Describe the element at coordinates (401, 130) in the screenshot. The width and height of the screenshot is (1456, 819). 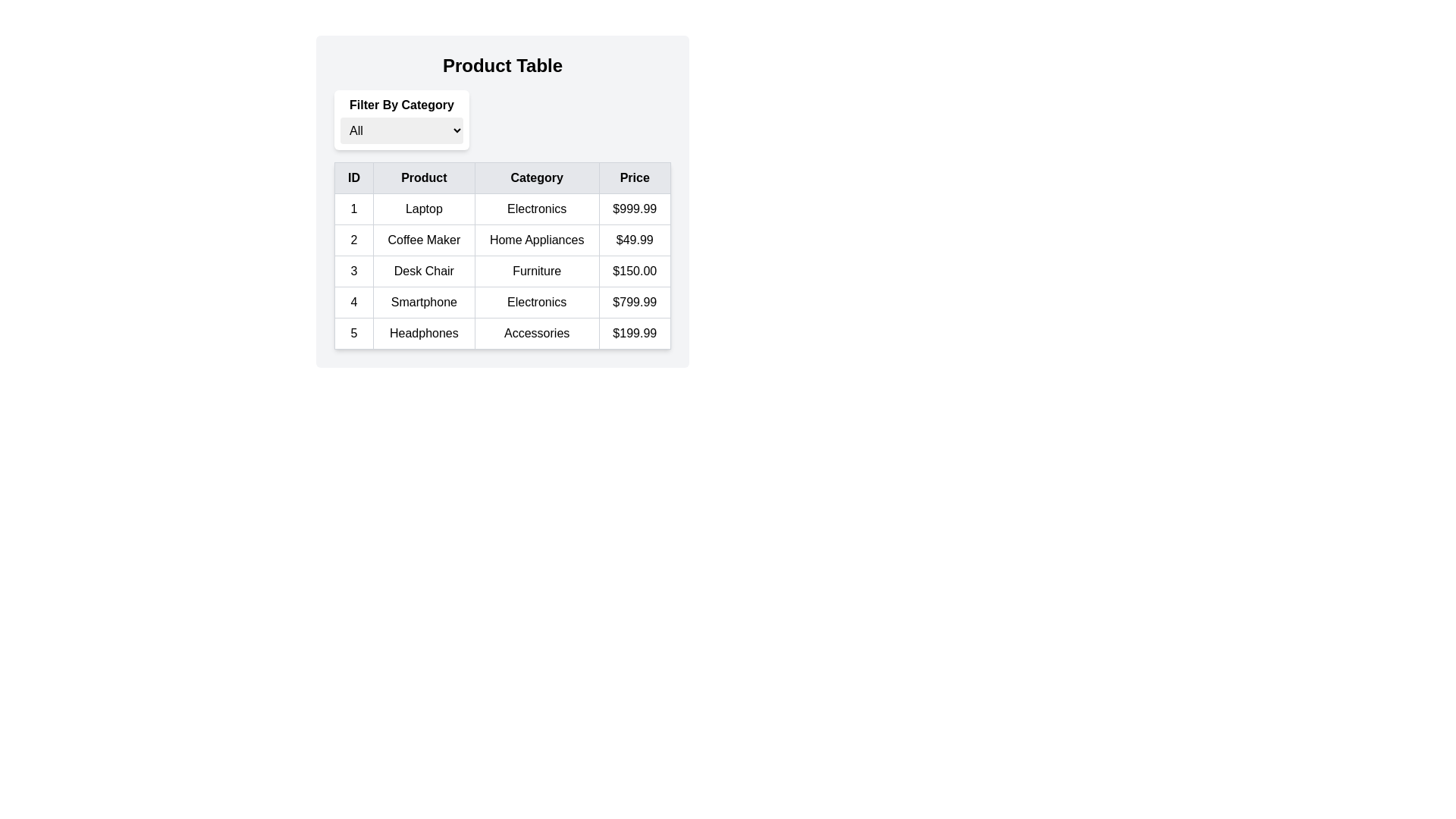
I see `an option from the dropdown menu located directly below the 'Filter By Category' title to filter products by category` at that location.